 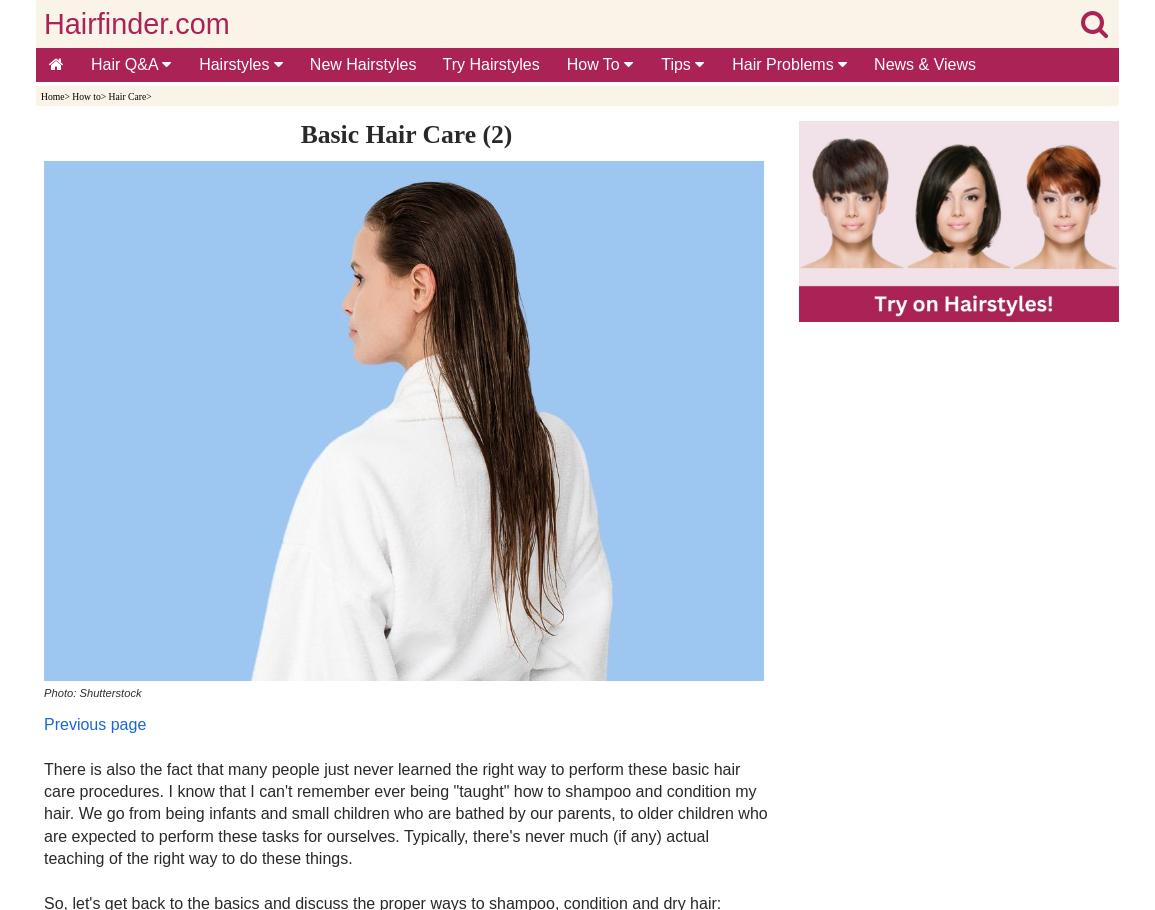 What do you see at coordinates (676, 64) in the screenshot?
I see `'Tips'` at bounding box center [676, 64].